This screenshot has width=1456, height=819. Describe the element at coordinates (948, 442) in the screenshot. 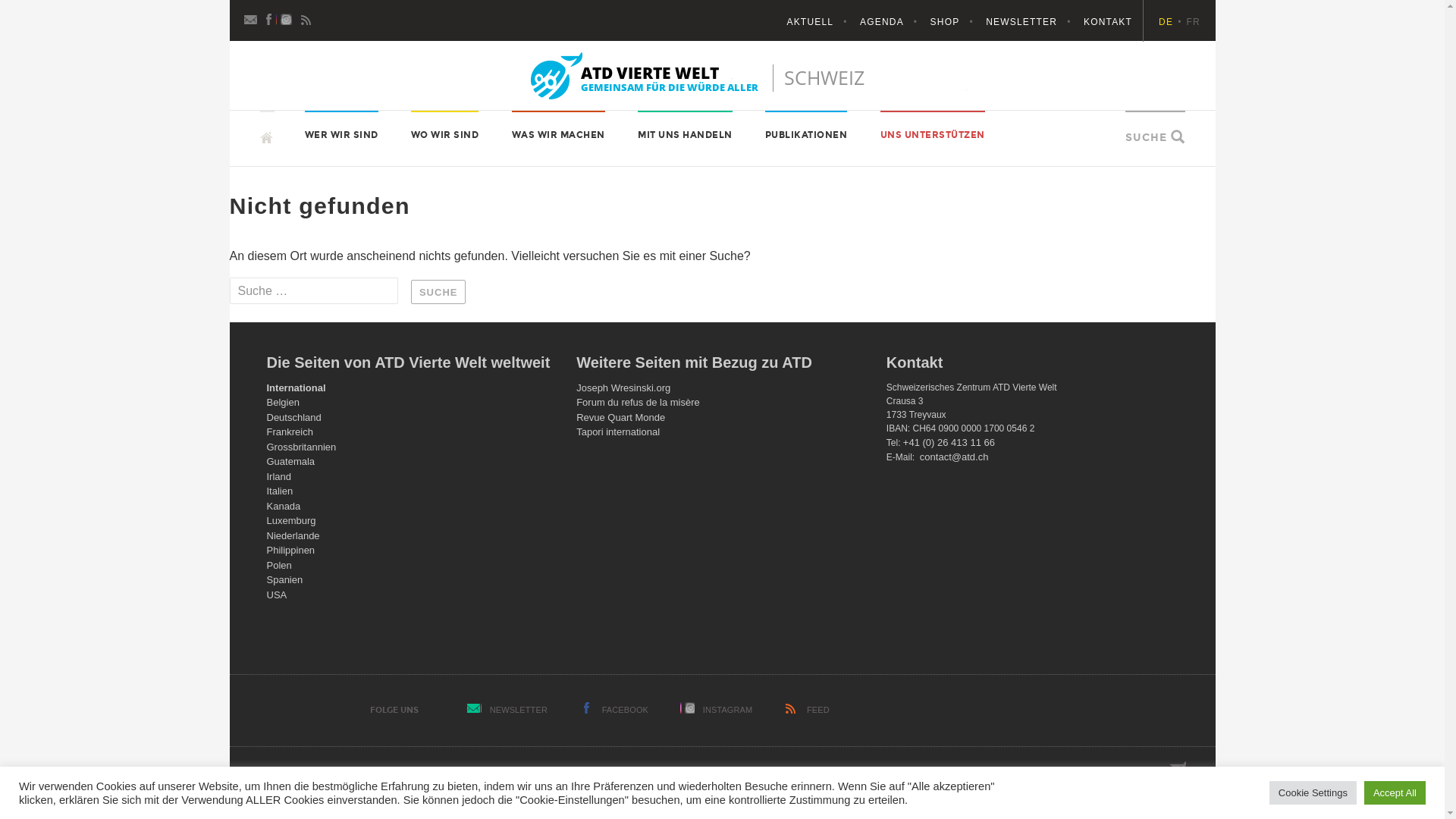

I see `'+41 (0) 26 413 11 66'` at that location.